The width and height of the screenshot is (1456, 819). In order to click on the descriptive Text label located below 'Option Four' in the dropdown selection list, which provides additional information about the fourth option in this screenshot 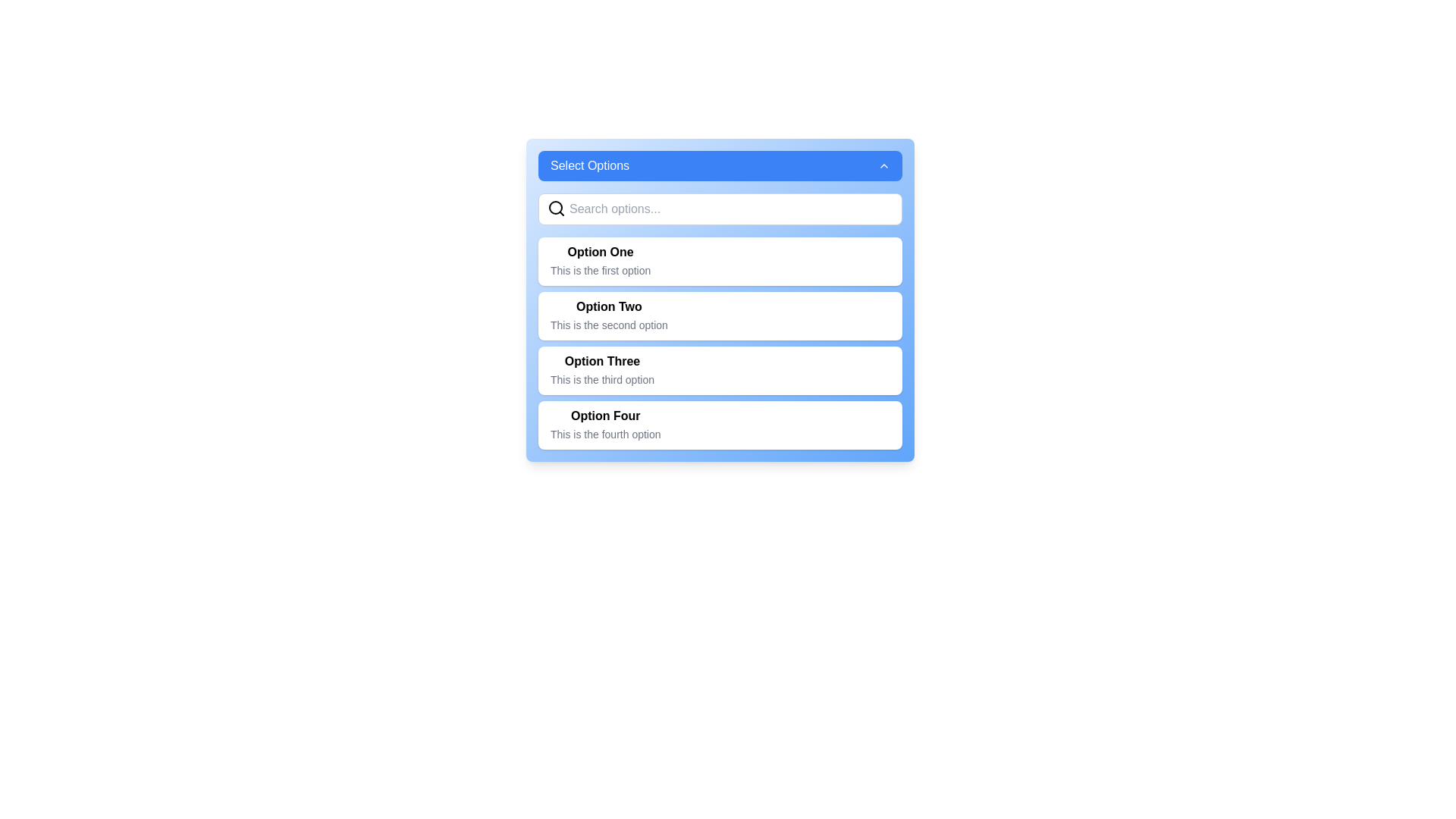, I will do `click(604, 435)`.